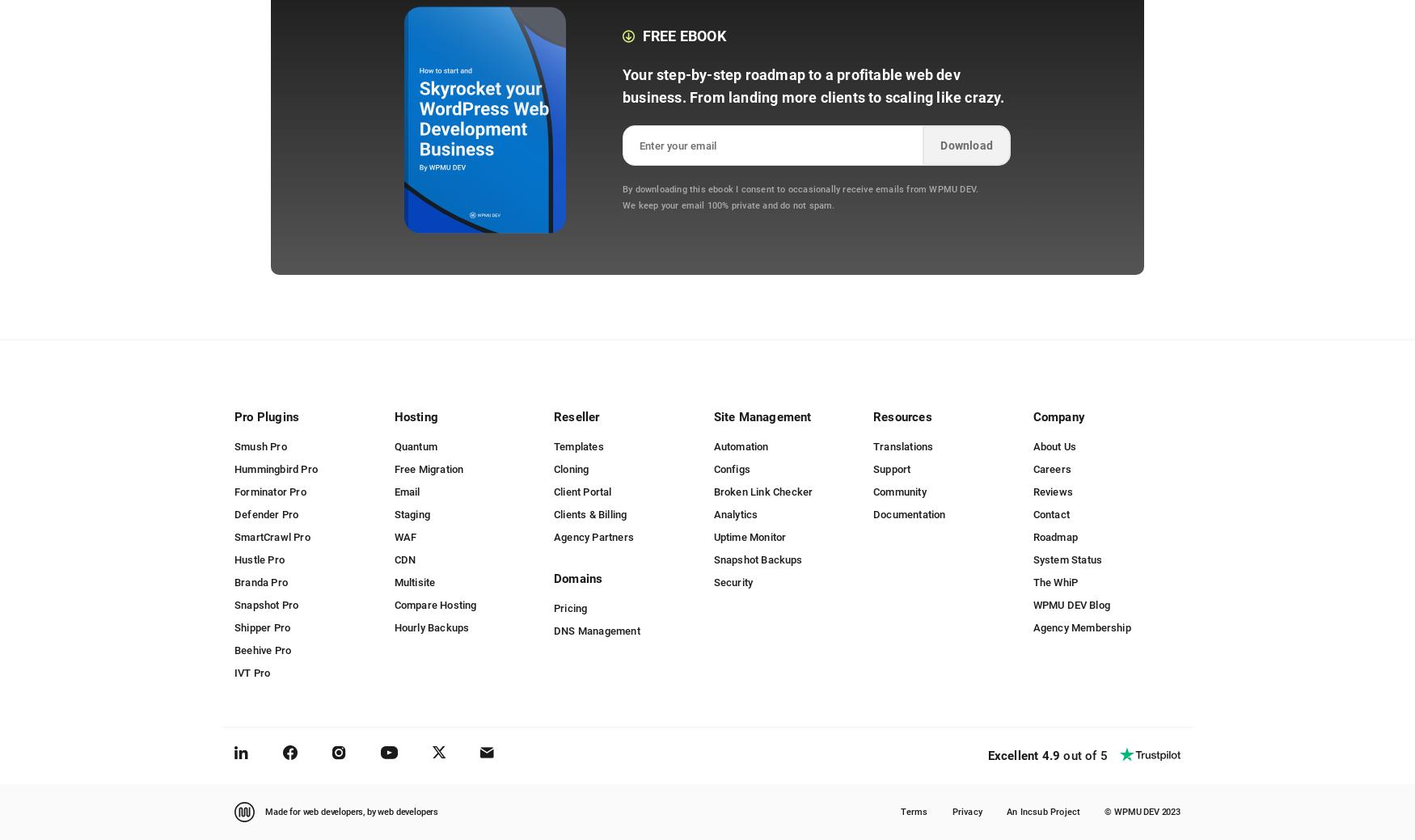  What do you see at coordinates (261, 580) in the screenshot?
I see `'Branda Pro'` at bounding box center [261, 580].